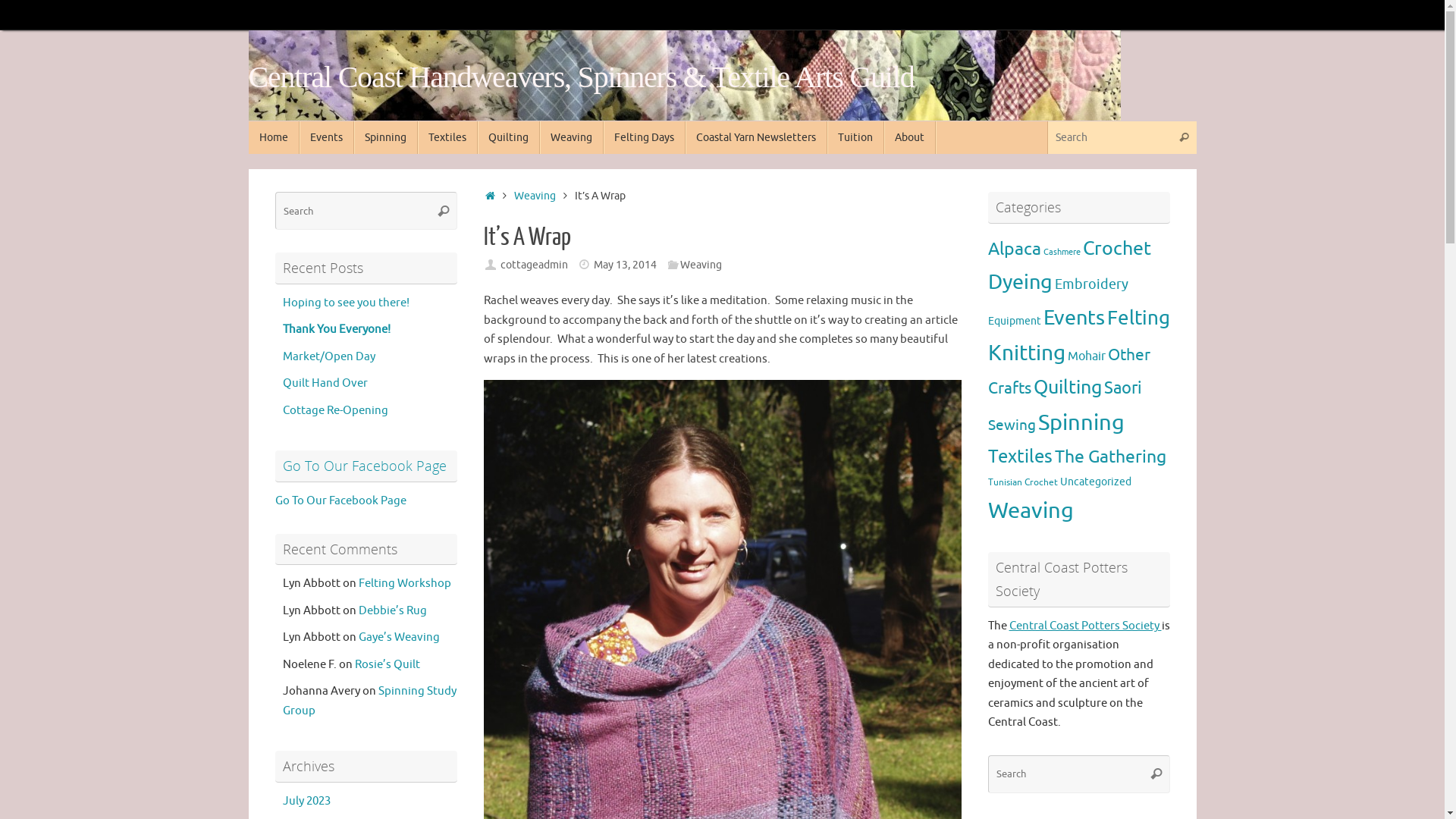  I want to click on 'Tunisian Crochet', so click(987, 482).